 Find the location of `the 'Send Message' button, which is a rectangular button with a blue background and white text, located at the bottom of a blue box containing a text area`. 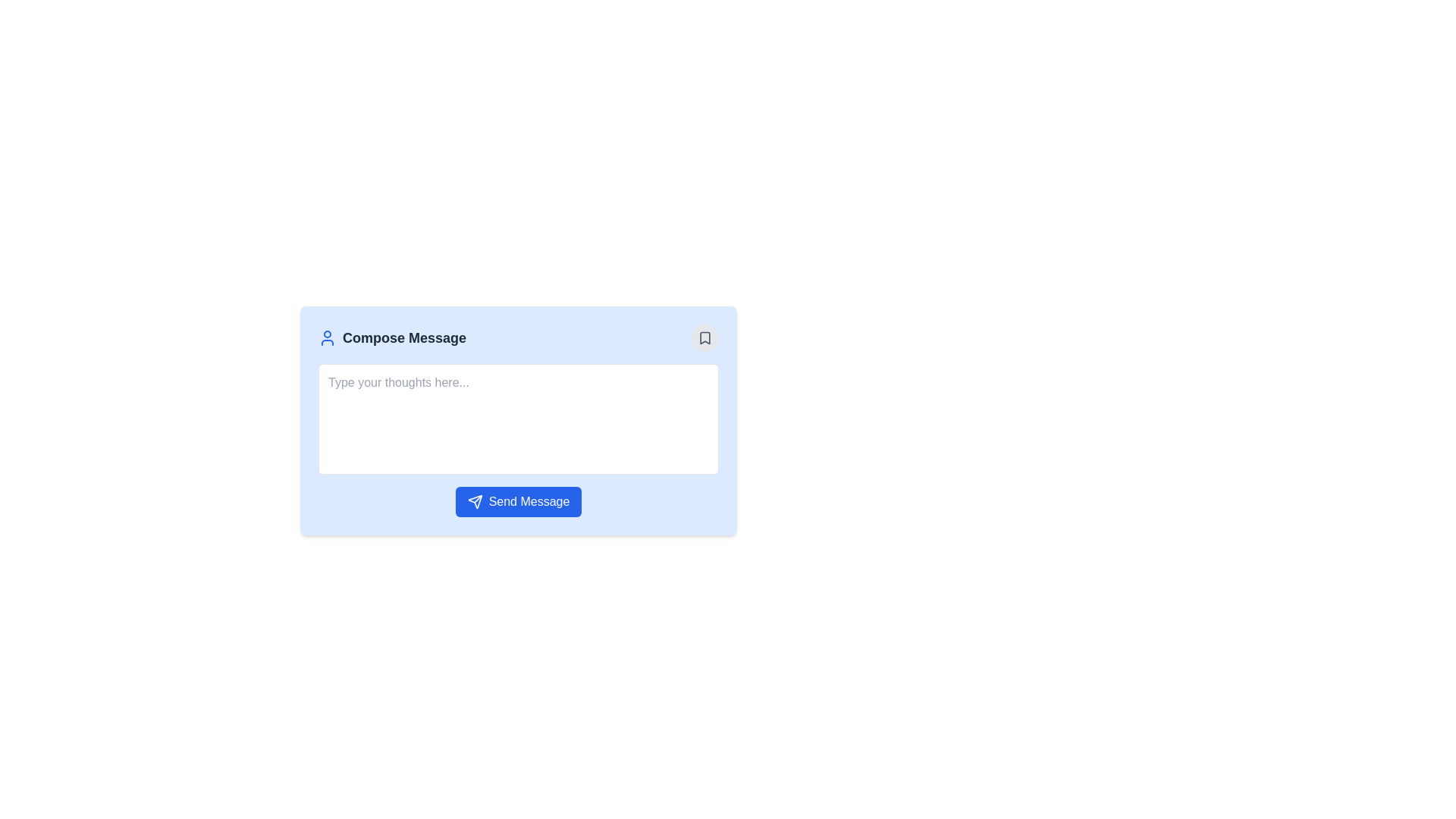

the 'Send Message' button, which is a rectangular button with a blue background and white text, located at the bottom of a blue box containing a text area is located at coordinates (518, 502).